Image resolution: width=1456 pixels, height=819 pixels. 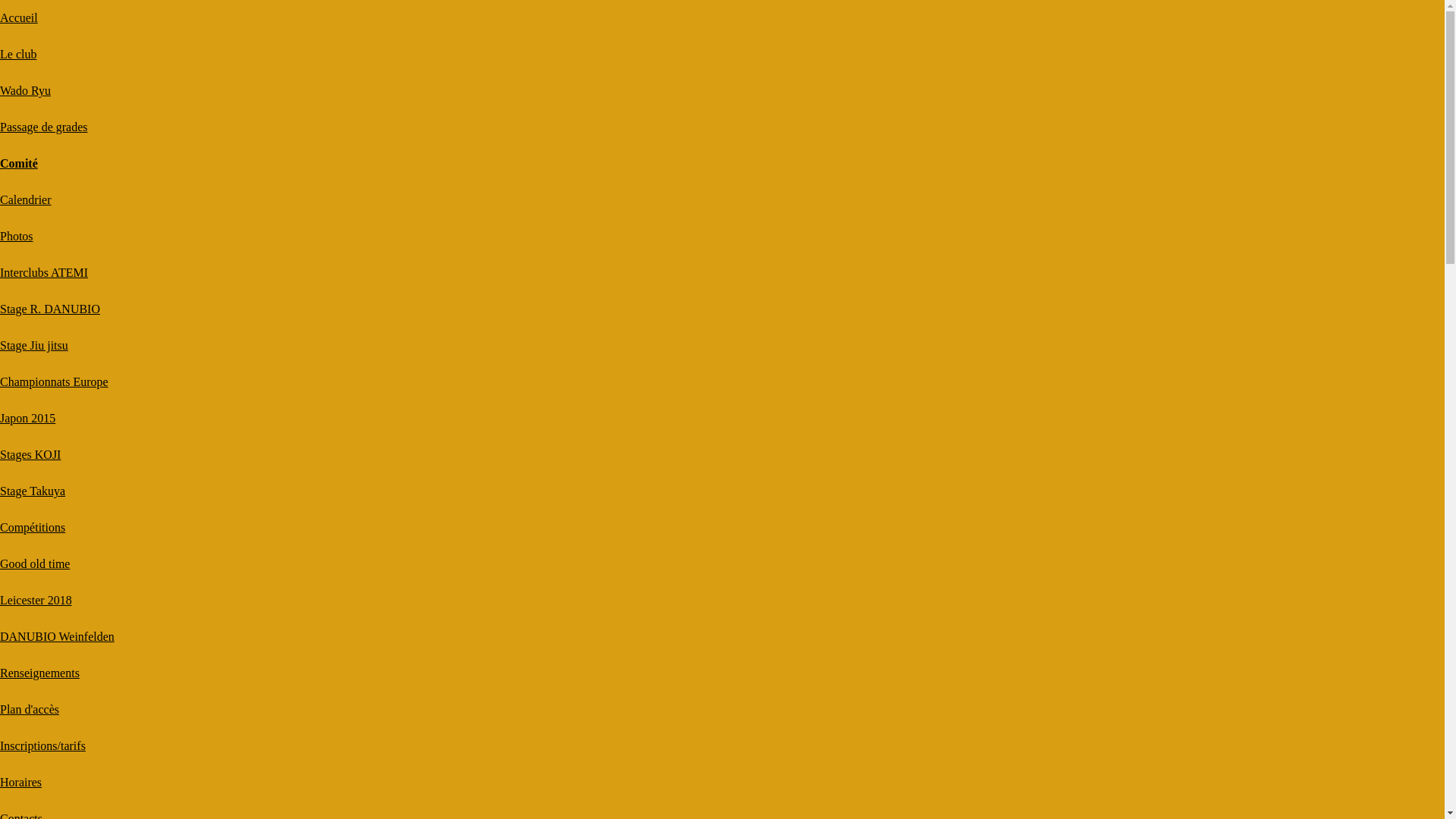 What do you see at coordinates (54, 381) in the screenshot?
I see `'Championnats Europe'` at bounding box center [54, 381].